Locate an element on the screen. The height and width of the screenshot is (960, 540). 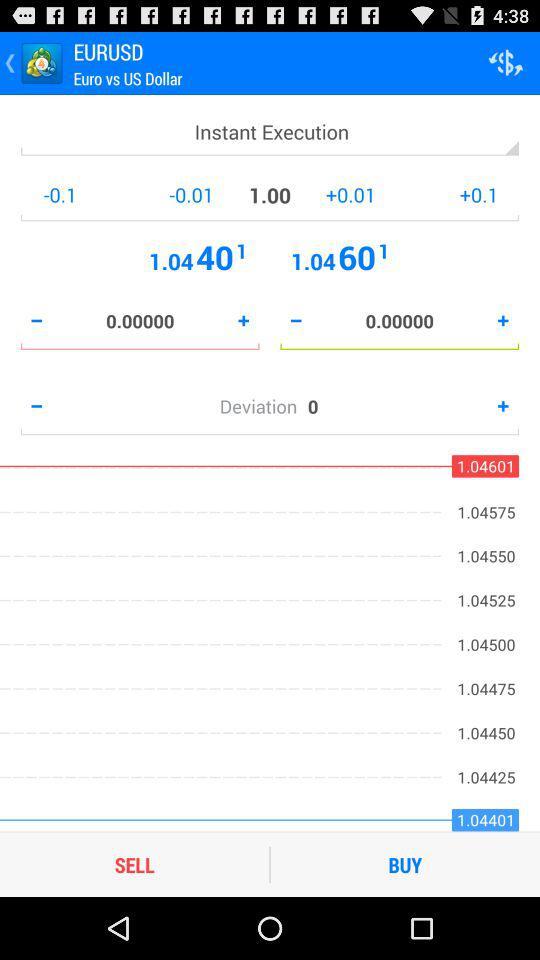
icon next to the 0 icon is located at coordinates (263, 405).